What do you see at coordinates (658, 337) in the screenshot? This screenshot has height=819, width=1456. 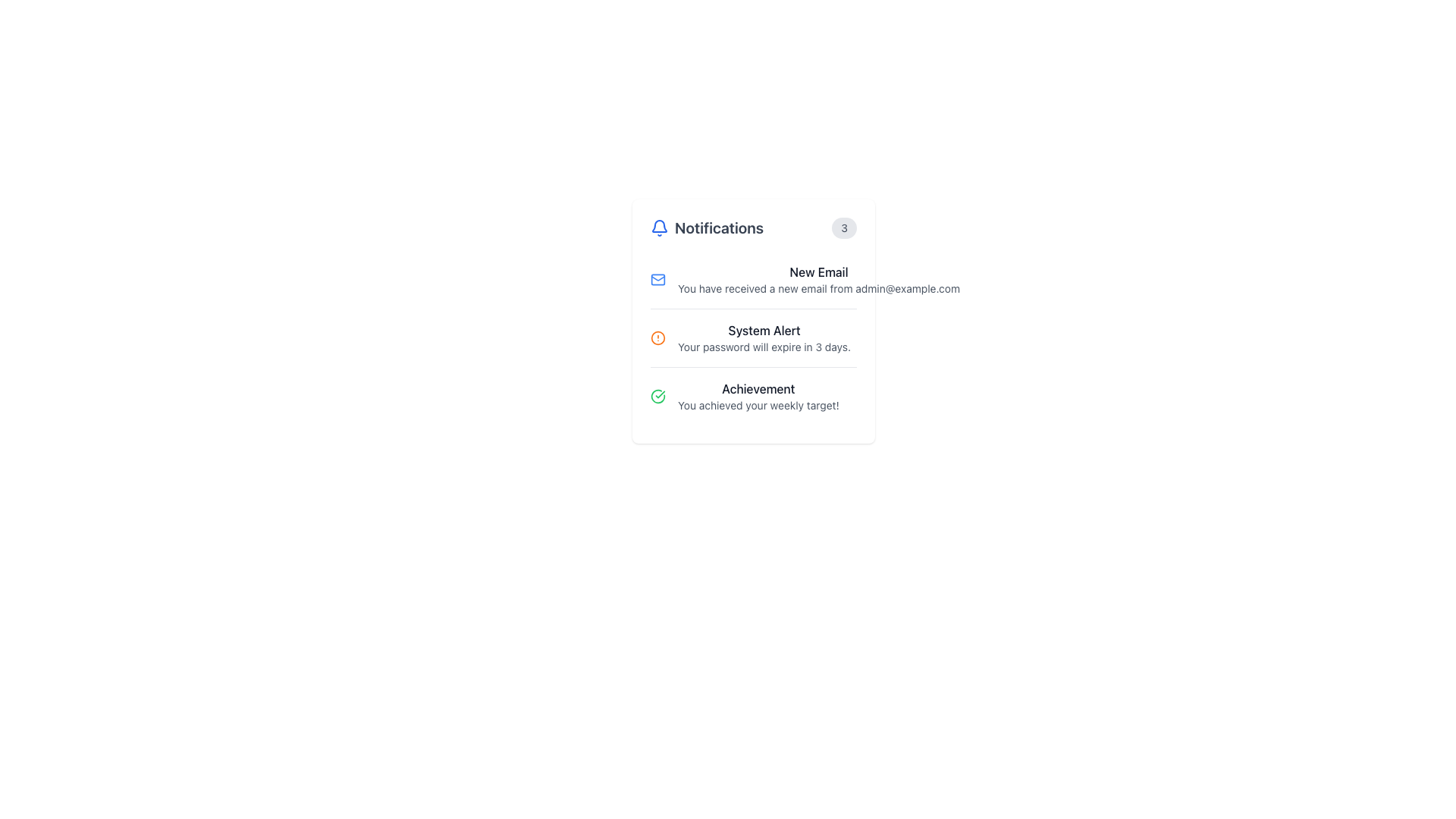 I see `the circular notification icon with an orange outline and white center, featuring an orange exclamation mark, located next to the 'System Alert' notification text` at bounding box center [658, 337].